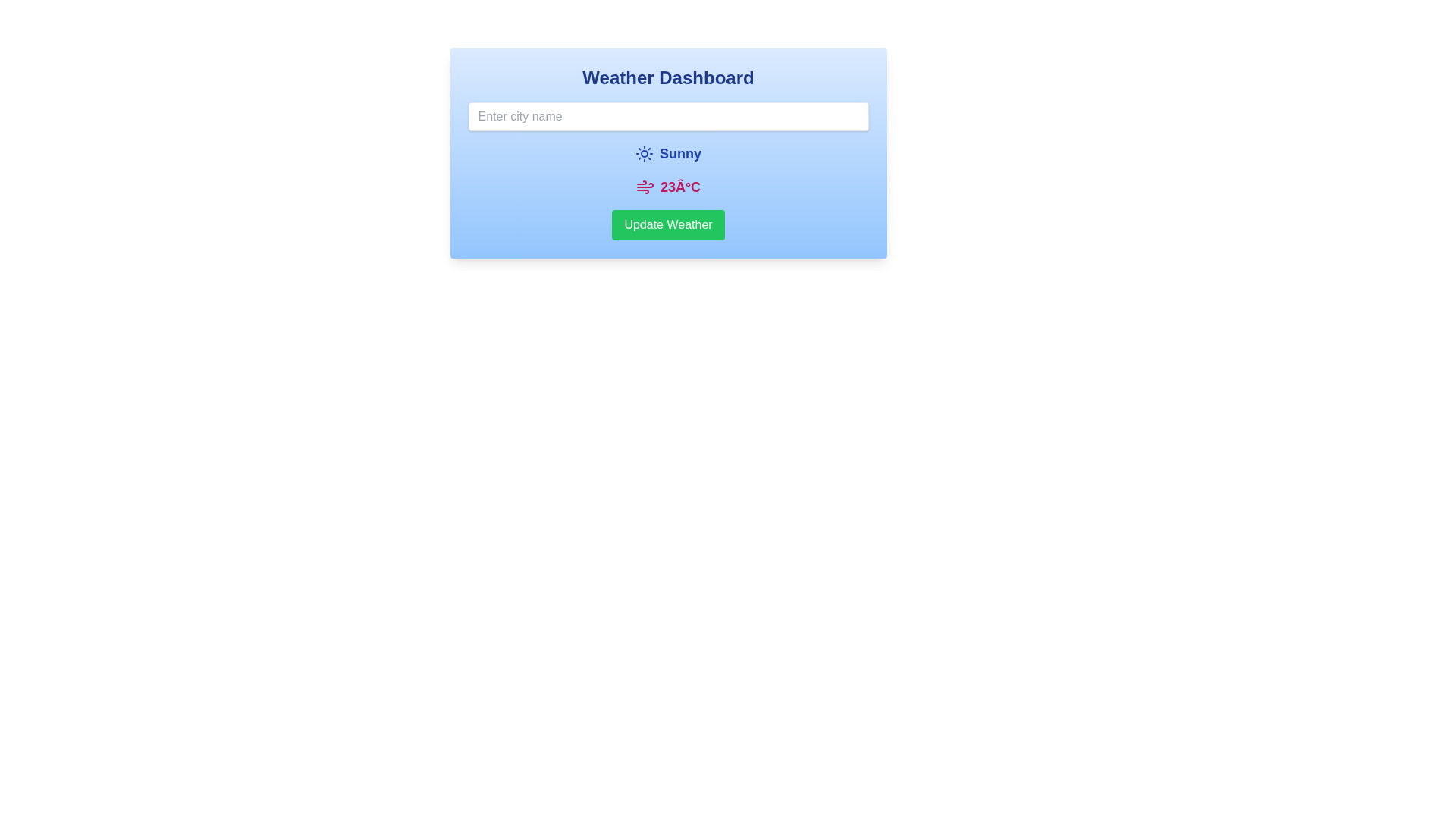 The width and height of the screenshot is (1456, 819). I want to click on the stylized sun icon located to the left of the text 'Sunny' in the Weather Dashboard section, so click(644, 154).